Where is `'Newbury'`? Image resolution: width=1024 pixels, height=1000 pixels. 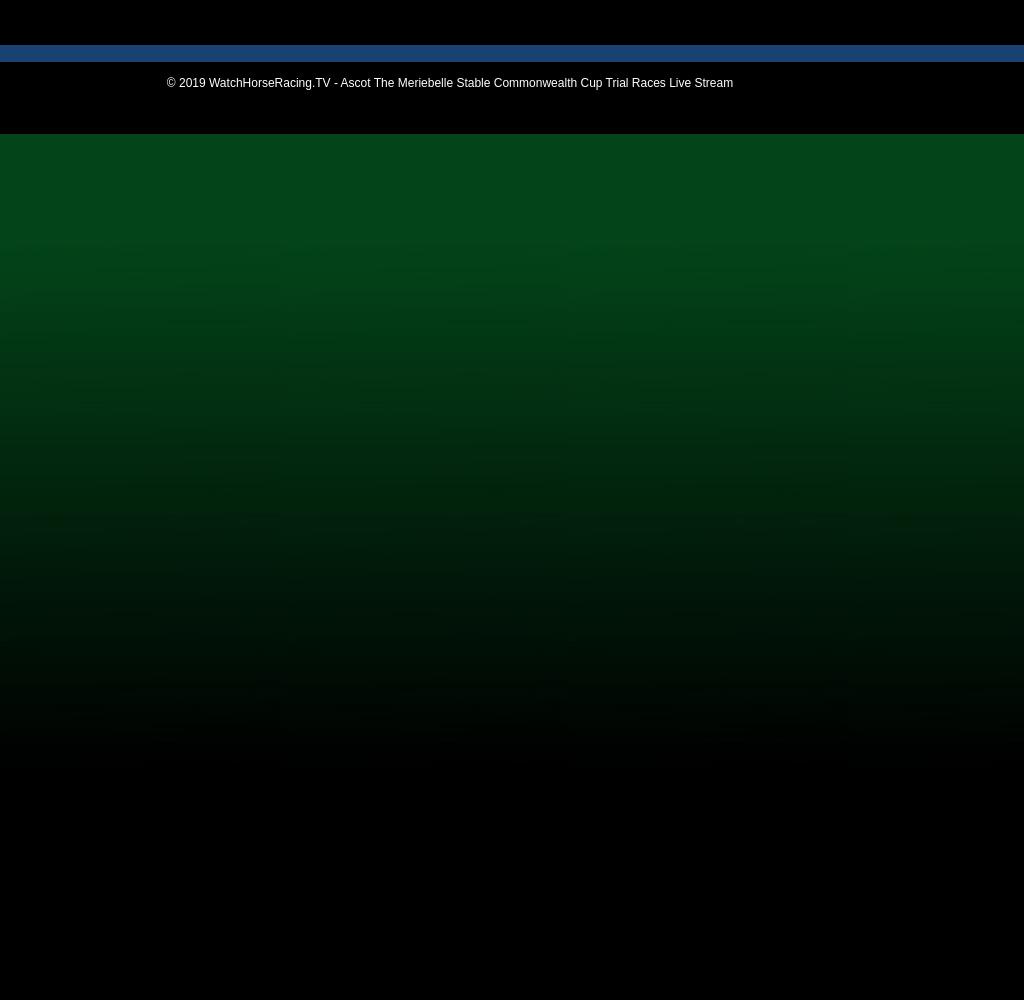
'Newbury' is located at coordinates (53, 279).